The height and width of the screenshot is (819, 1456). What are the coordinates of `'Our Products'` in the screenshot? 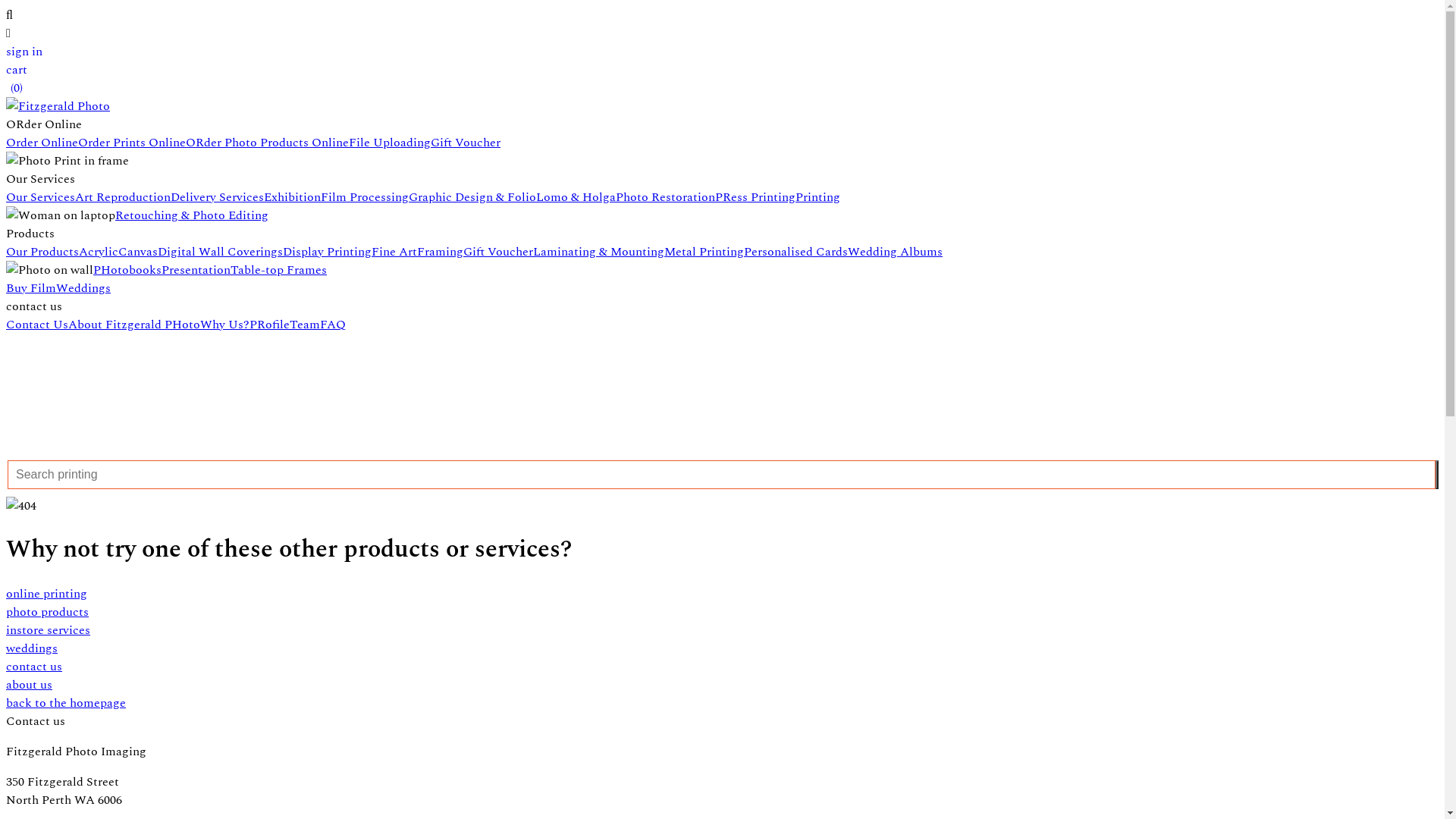 It's located at (6, 250).